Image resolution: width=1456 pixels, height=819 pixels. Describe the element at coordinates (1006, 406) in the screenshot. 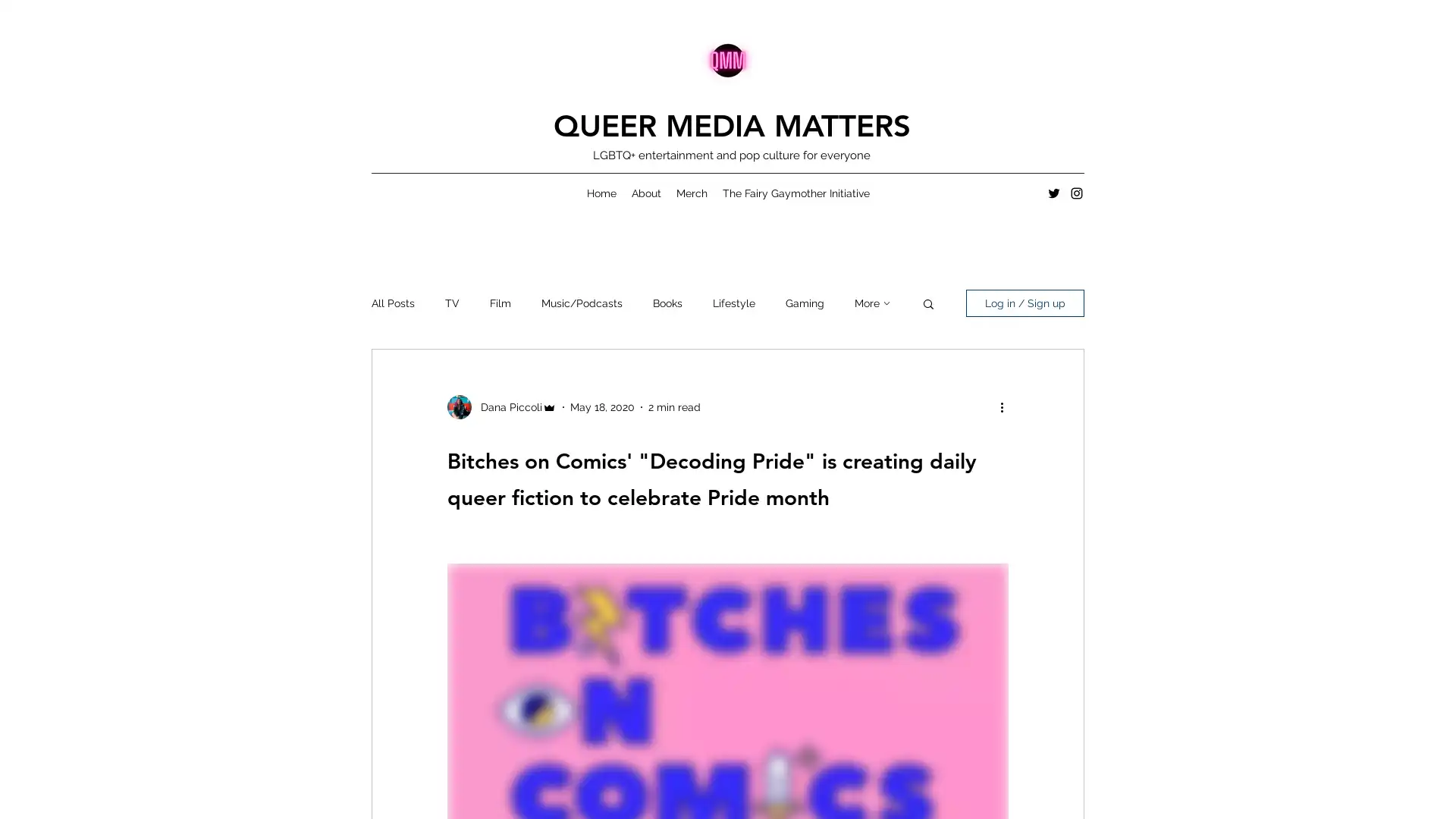

I see `More actions` at that location.